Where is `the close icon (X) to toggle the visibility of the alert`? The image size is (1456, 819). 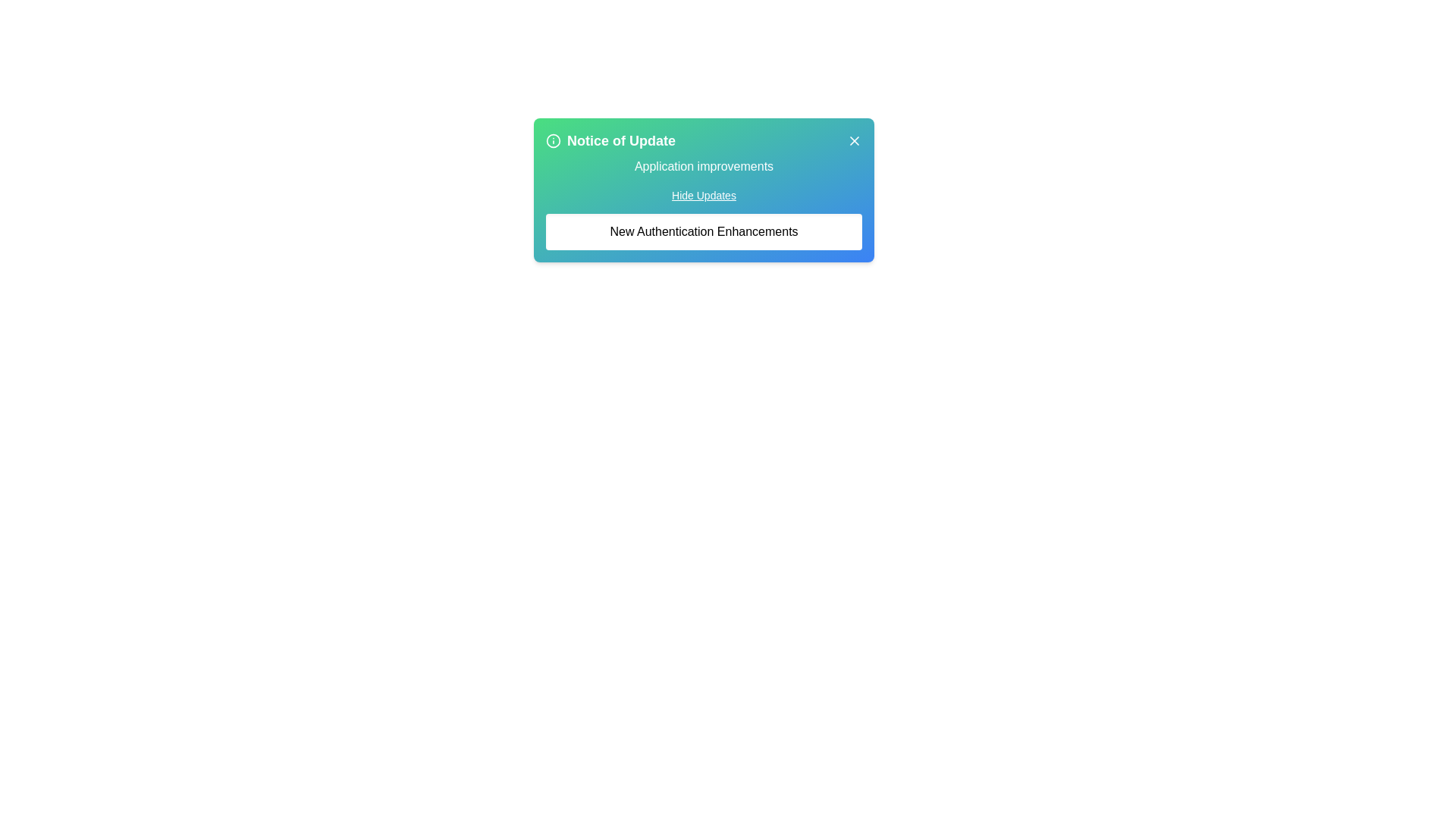 the close icon (X) to toggle the visibility of the alert is located at coordinates (855, 140).